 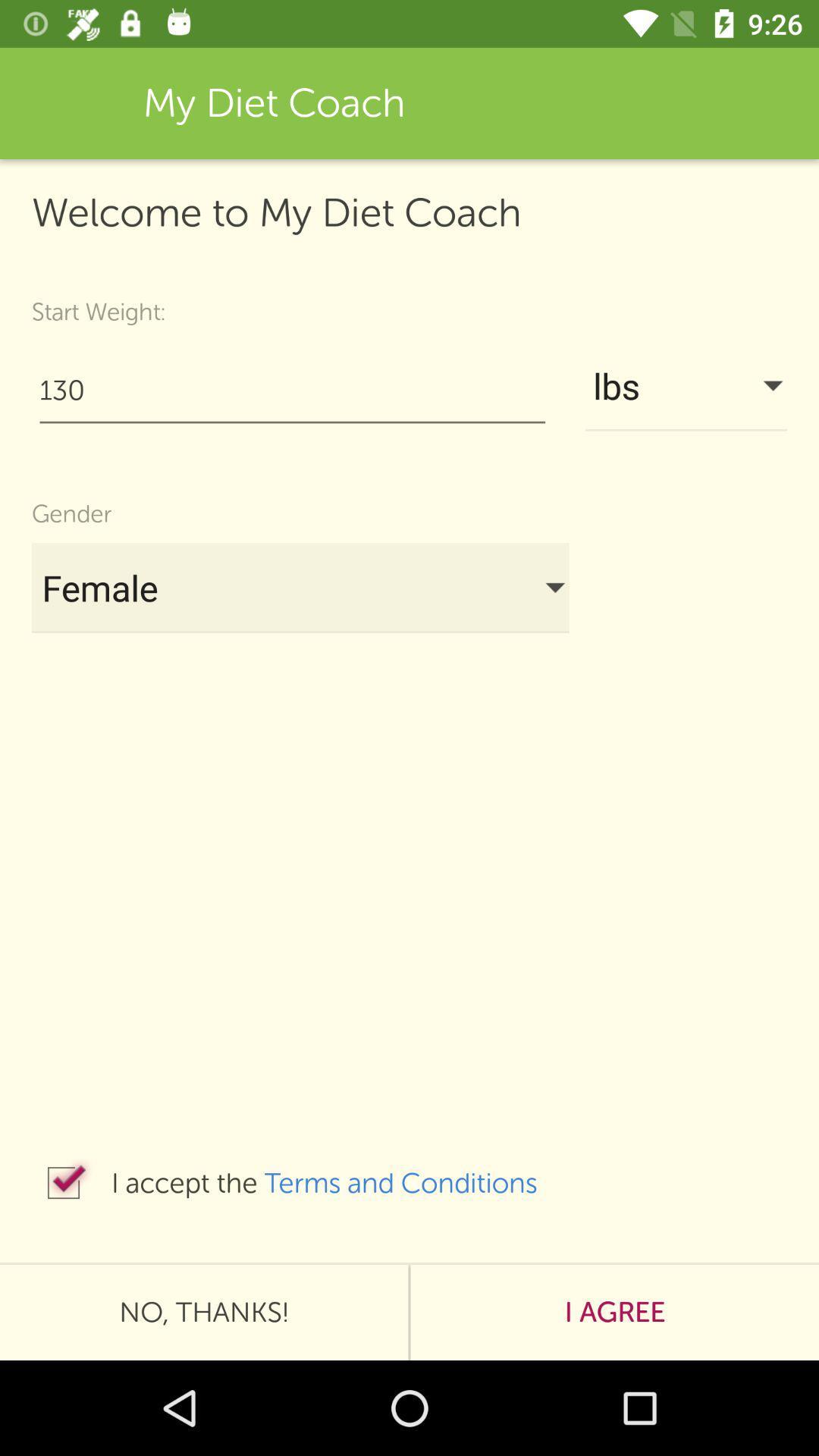 What do you see at coordinates (416, 1182) in the screenshot?
I see `terms and conditions item` at bounding box center [416, 1182].